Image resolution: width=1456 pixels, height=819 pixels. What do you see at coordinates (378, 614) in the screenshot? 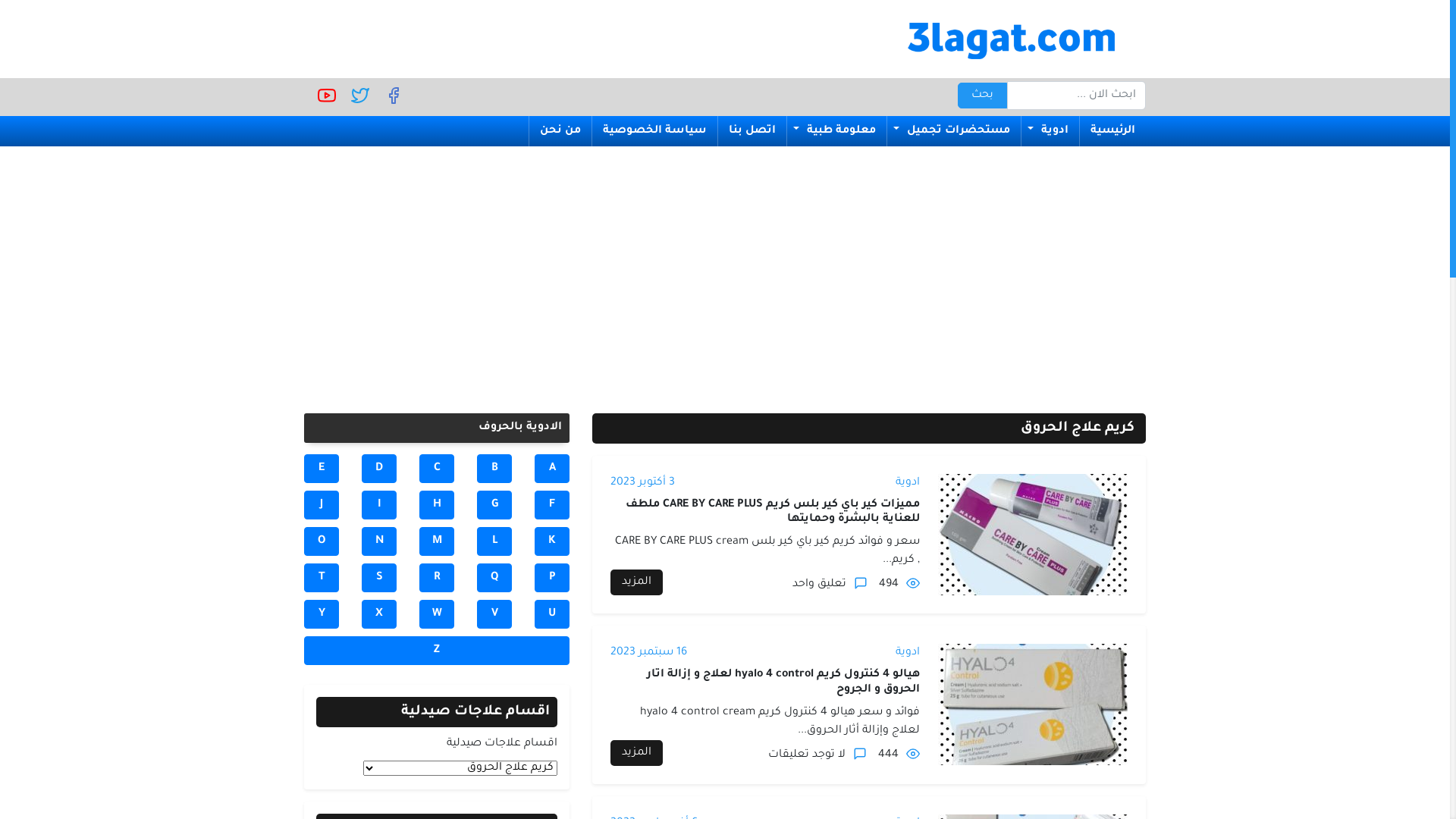
I see `'X'` at bounding box center [378, 614].